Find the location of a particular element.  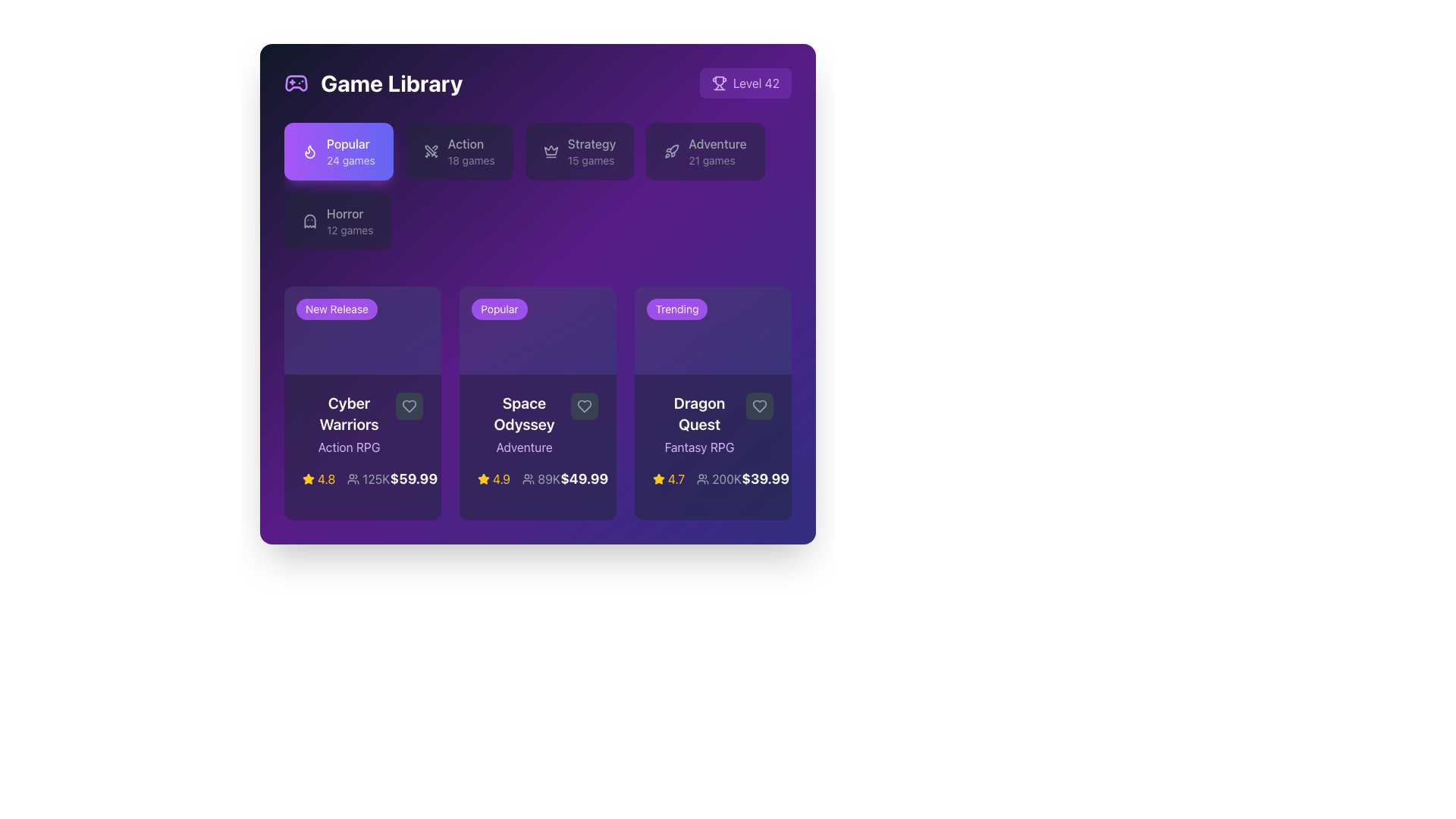

the Rating and user statistics display located within the 'Popular' card of the 'Game Library' section, below the game title 'Space Odyssey' is located at coordinates (519, 479).